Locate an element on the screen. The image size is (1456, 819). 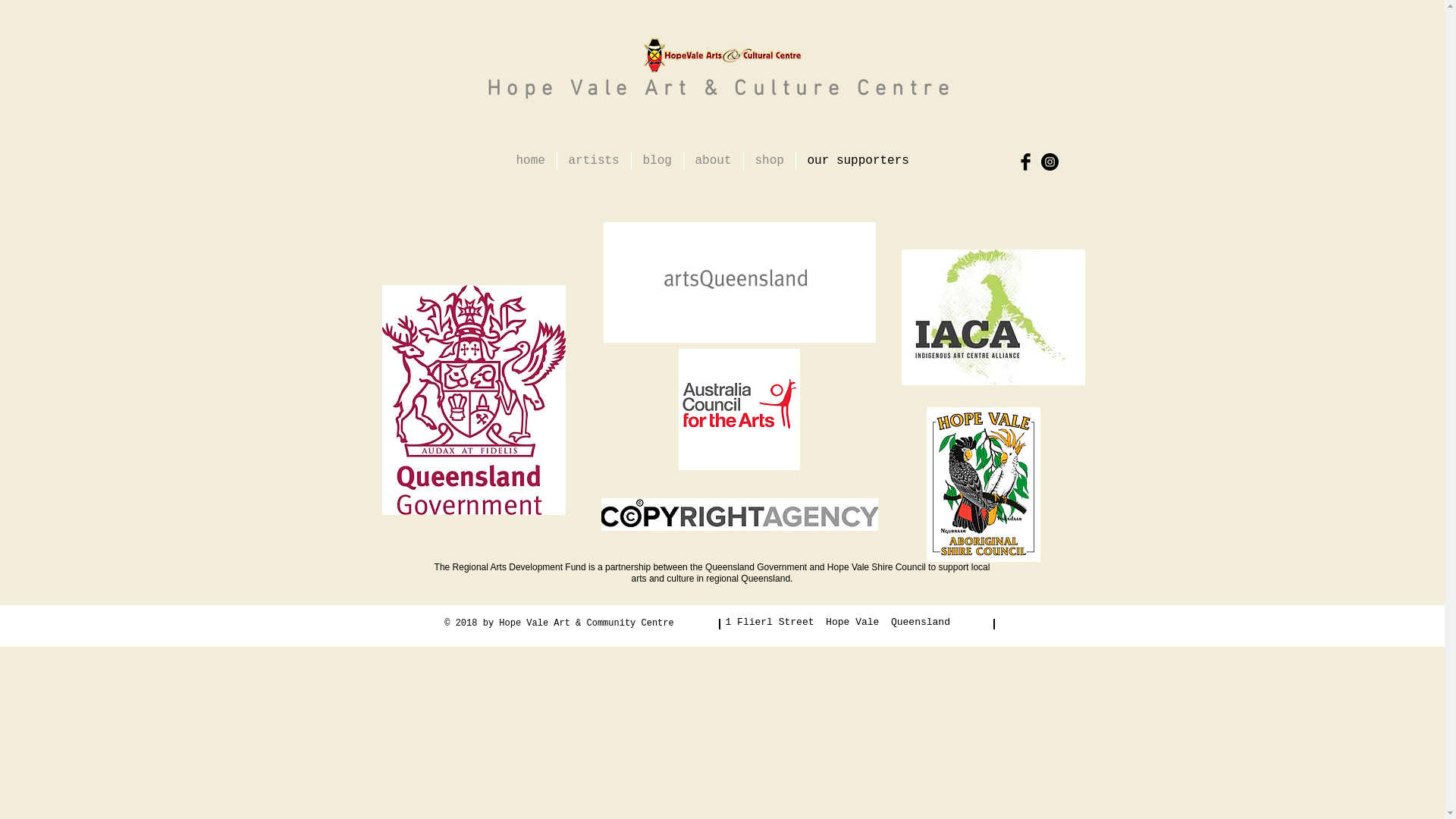
'blog' is located at coordinates (656, 161).